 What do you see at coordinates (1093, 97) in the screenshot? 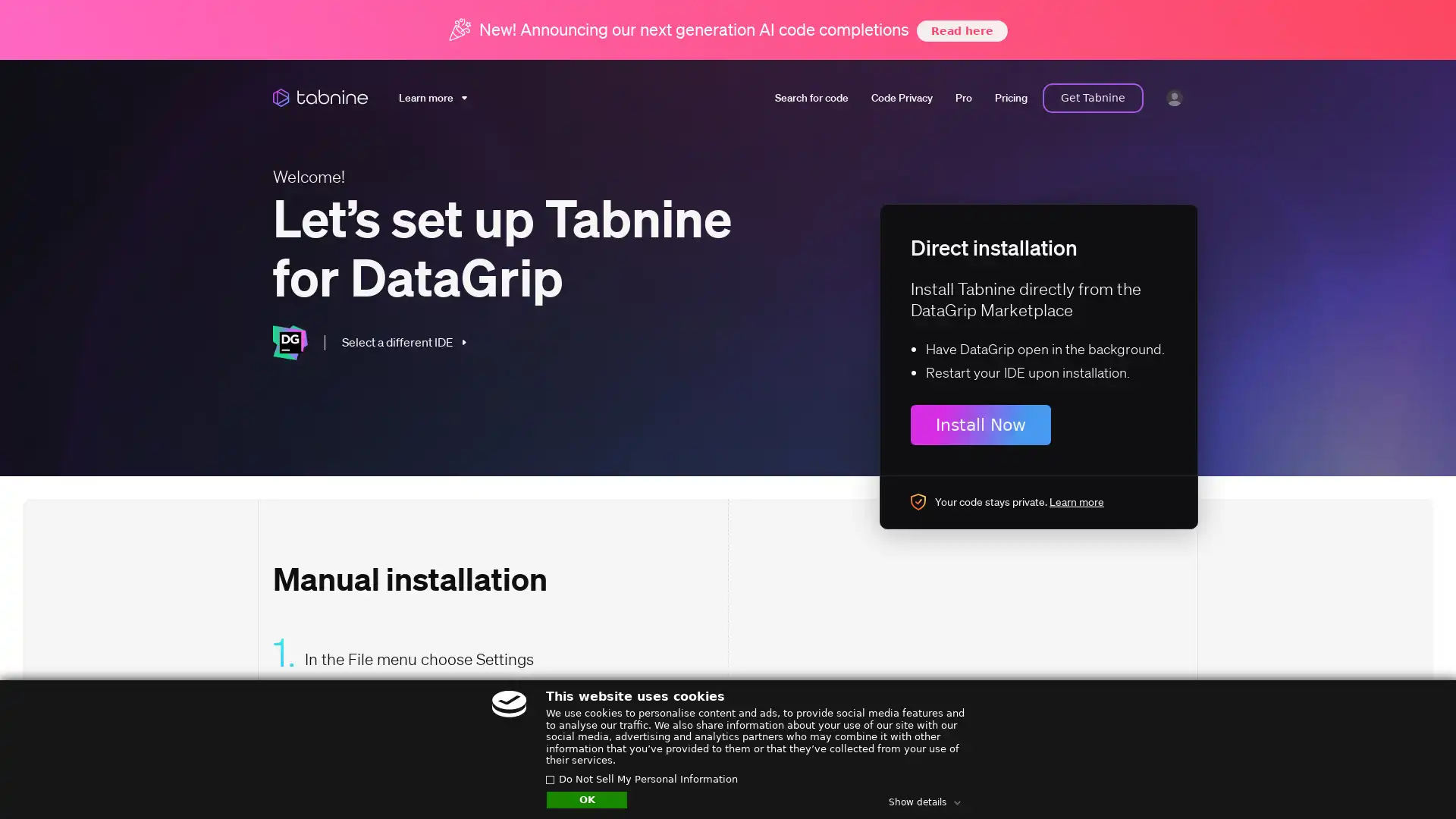
I see `Get Tabnine` at bounding box center [1093, 97].